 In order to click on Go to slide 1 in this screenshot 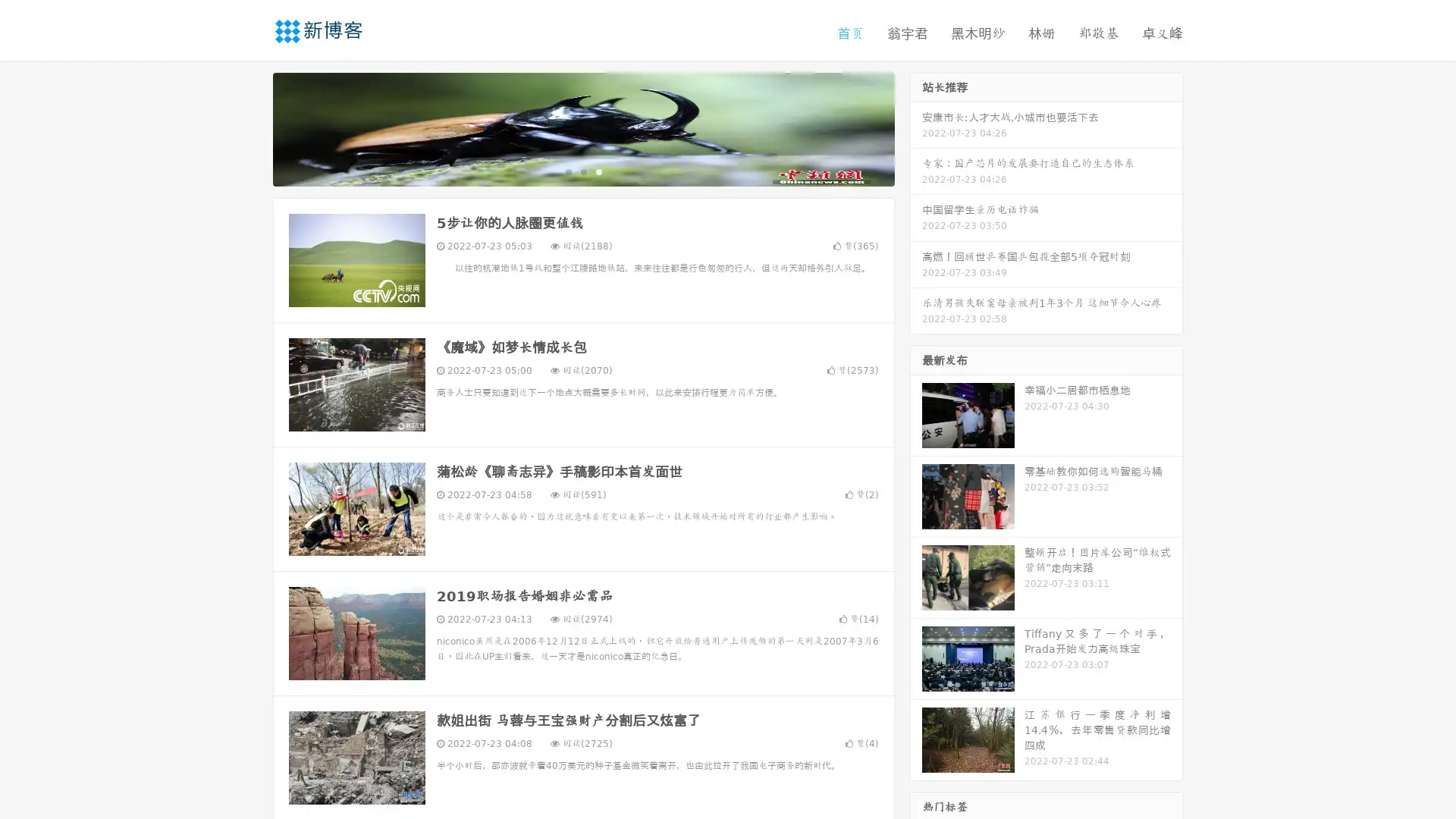, I will do `click(567, 171)`.